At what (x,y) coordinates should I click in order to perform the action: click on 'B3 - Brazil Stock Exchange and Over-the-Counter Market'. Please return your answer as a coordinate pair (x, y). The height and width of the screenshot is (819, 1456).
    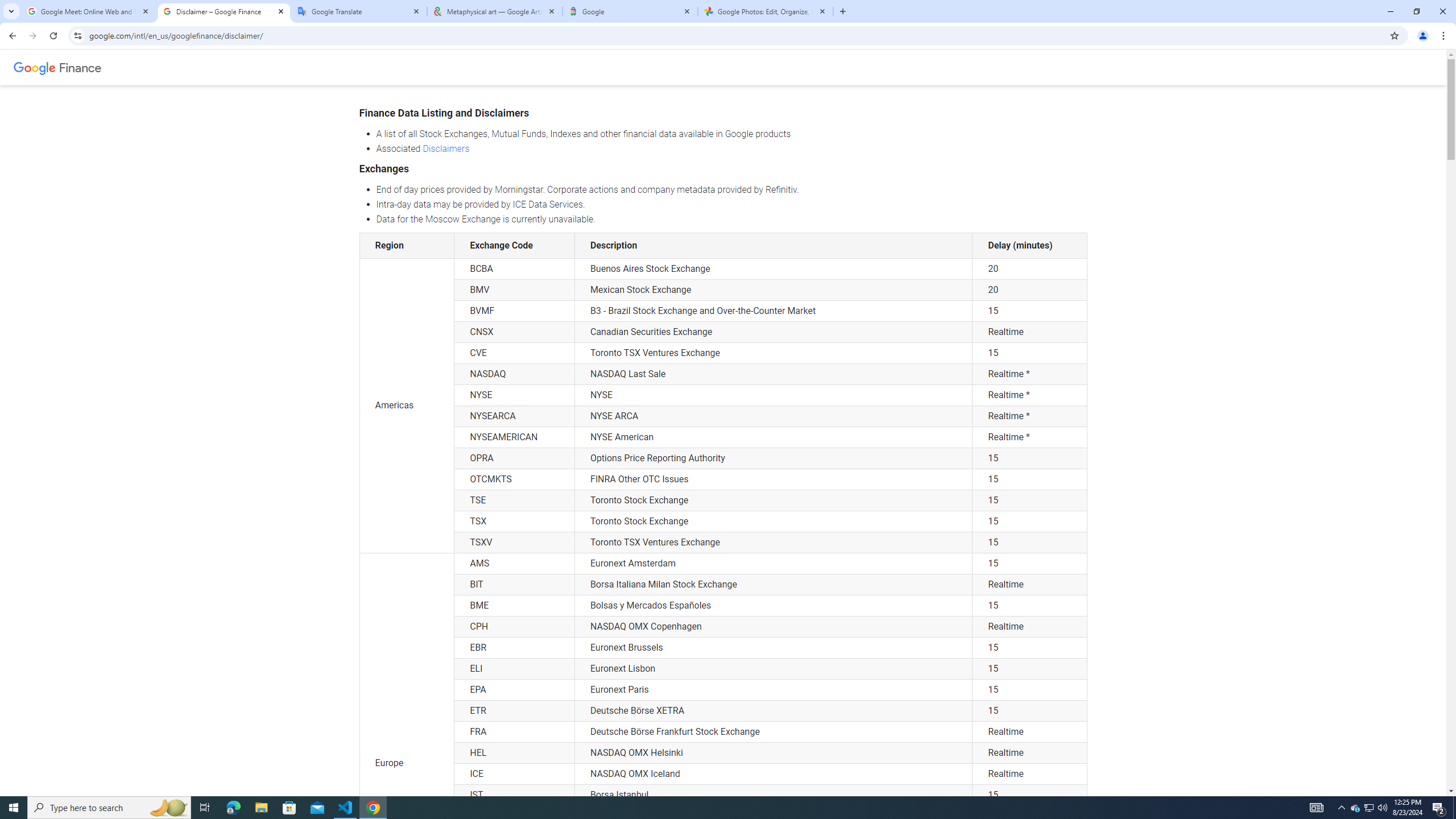
    Looking at the image, I should click on (773, 311).